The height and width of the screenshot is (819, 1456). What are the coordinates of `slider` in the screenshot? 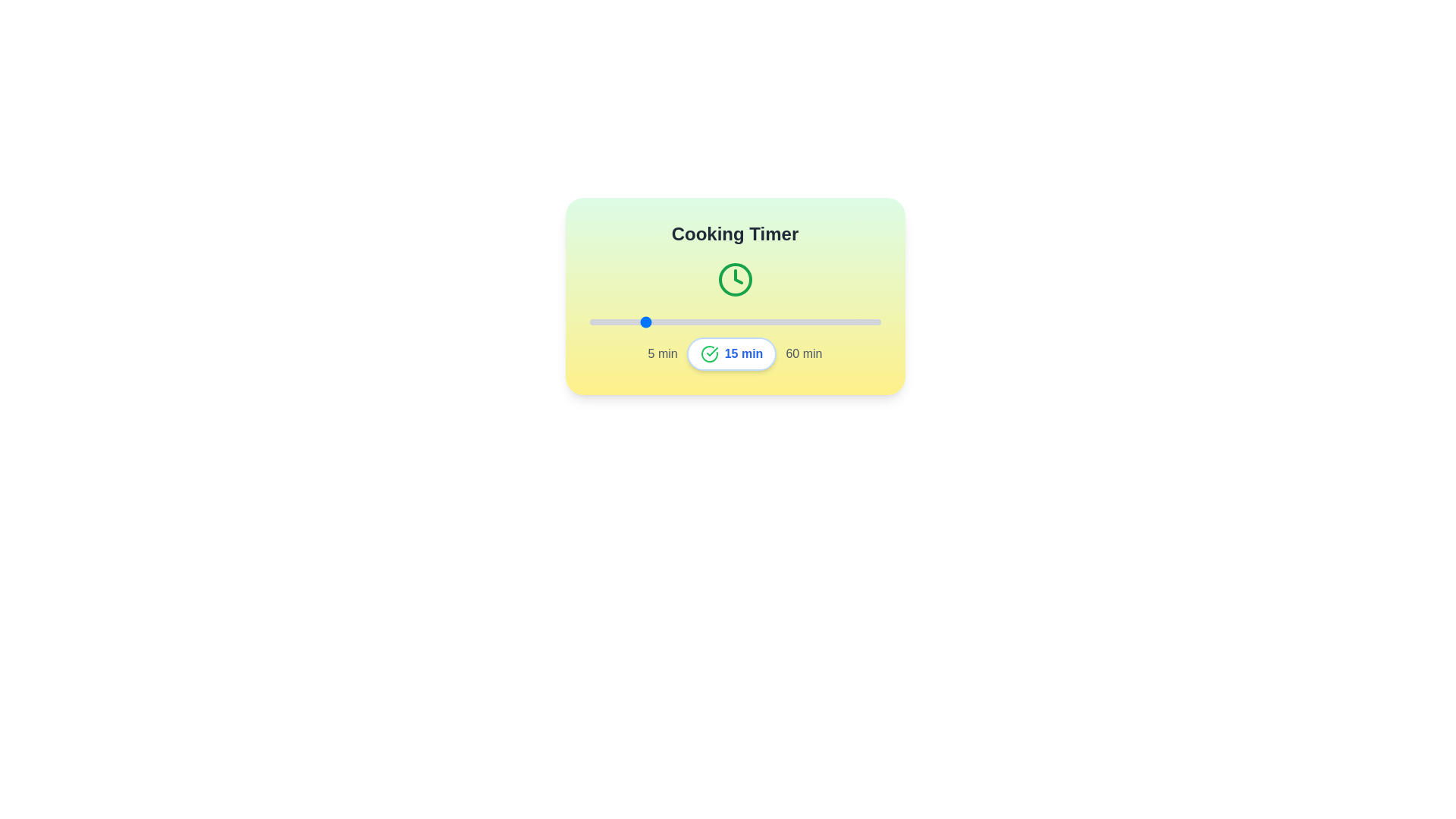 It's located at (668, 321).